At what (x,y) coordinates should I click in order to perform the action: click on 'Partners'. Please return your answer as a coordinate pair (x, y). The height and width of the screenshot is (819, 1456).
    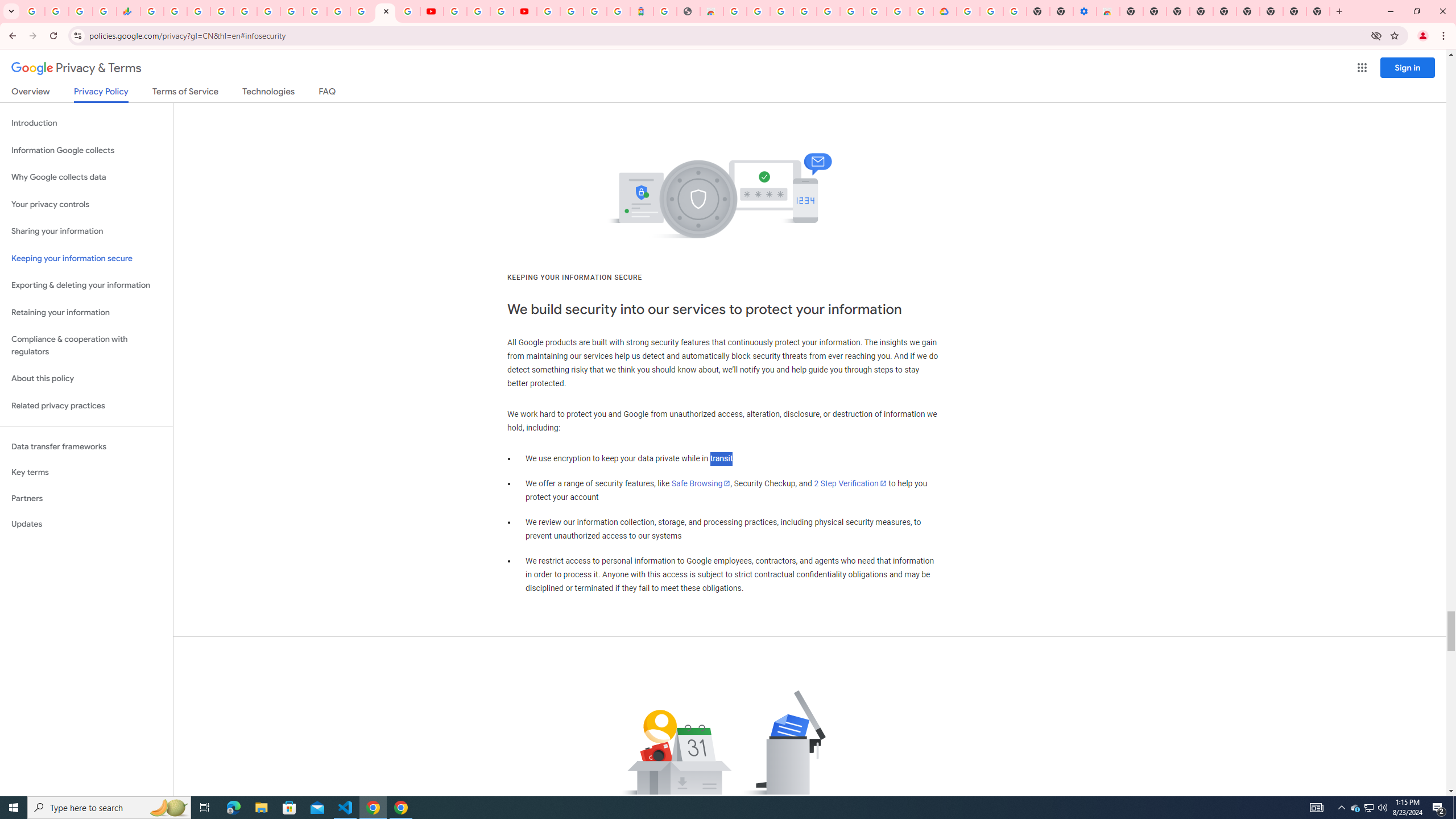
    Looking at the image, I should click on (86, 498).